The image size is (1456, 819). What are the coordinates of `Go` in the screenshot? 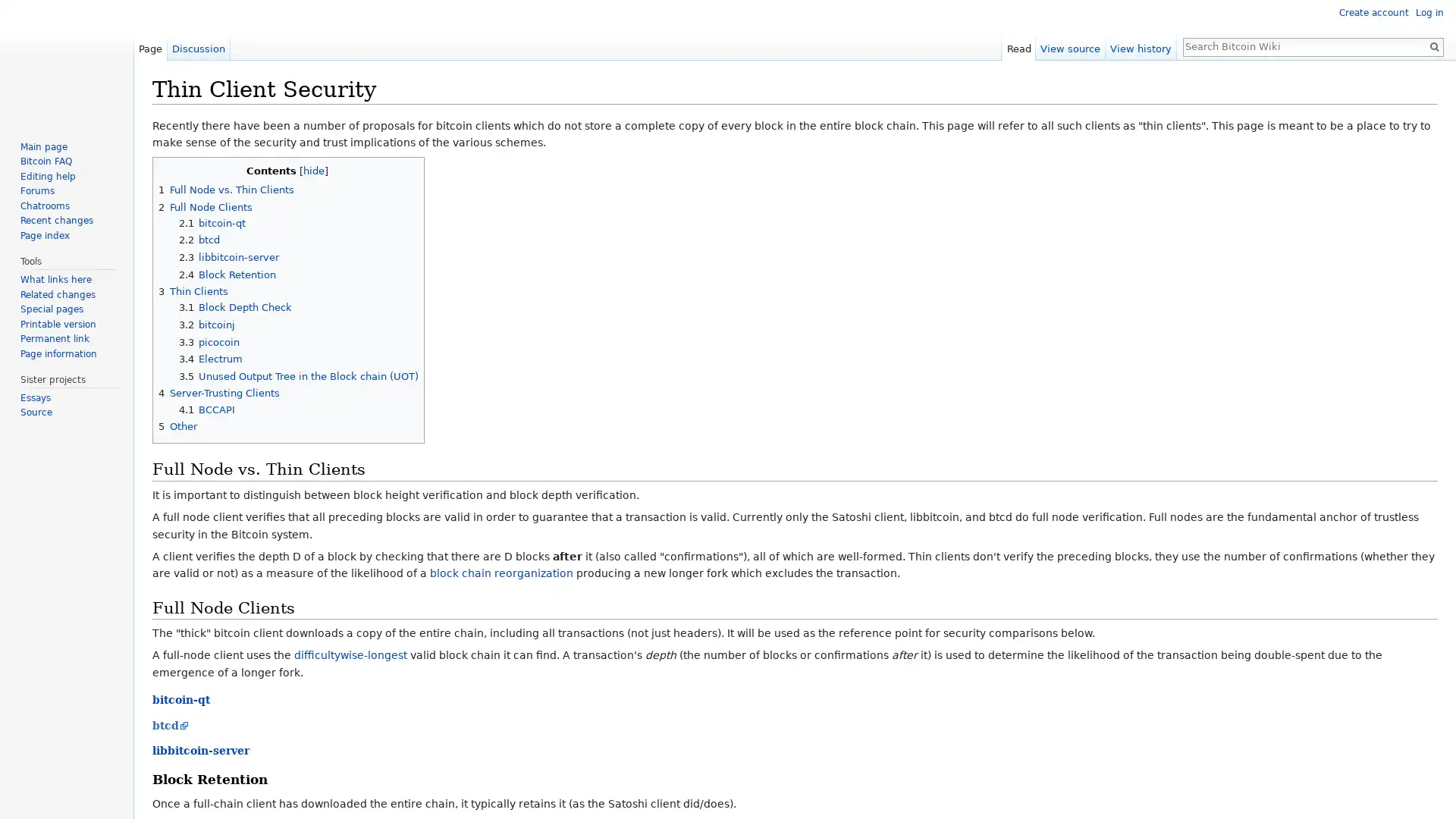 It's located at (1433, 45).